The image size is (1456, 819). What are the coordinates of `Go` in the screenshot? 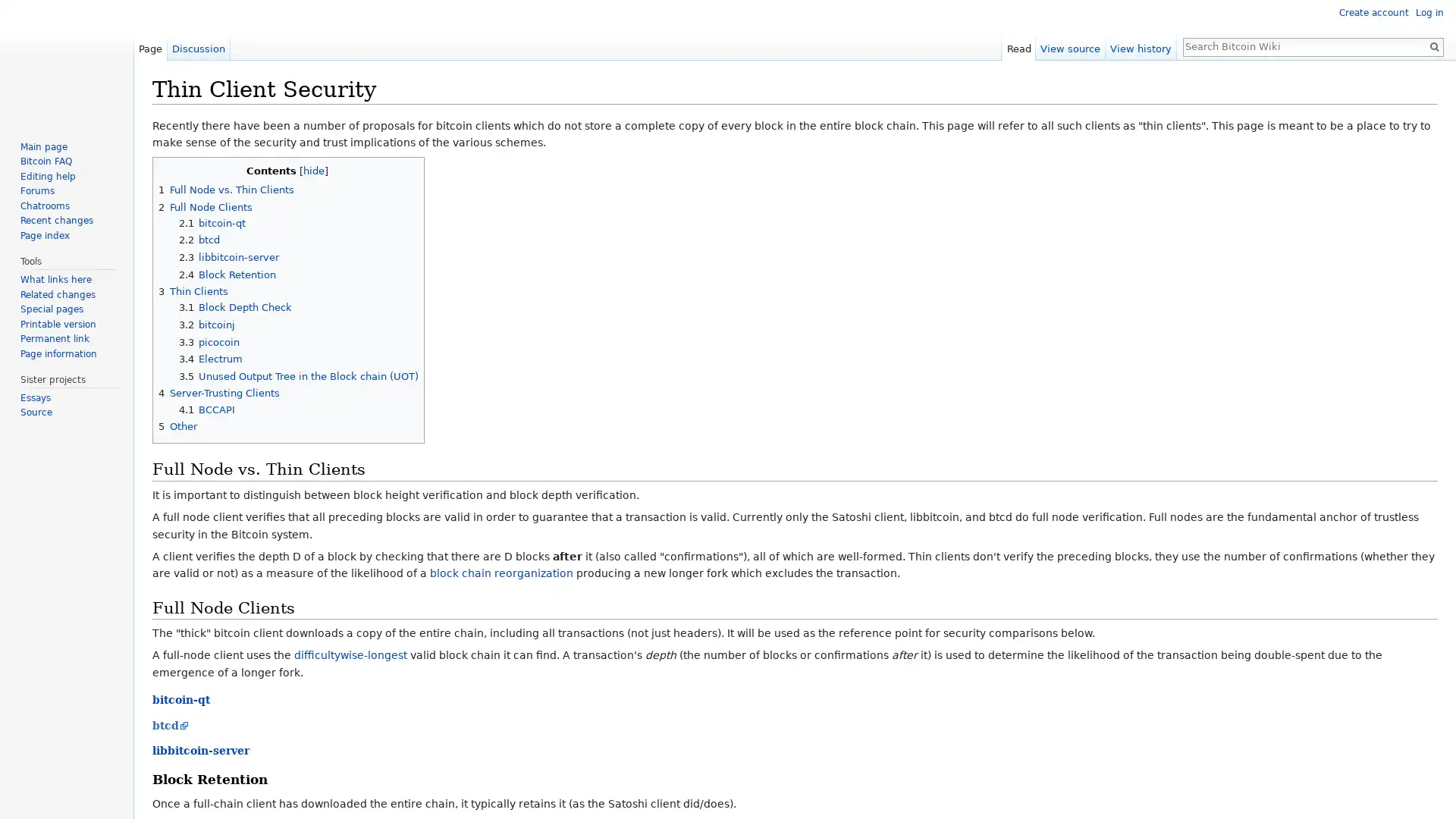 It's located at (1433, 45).